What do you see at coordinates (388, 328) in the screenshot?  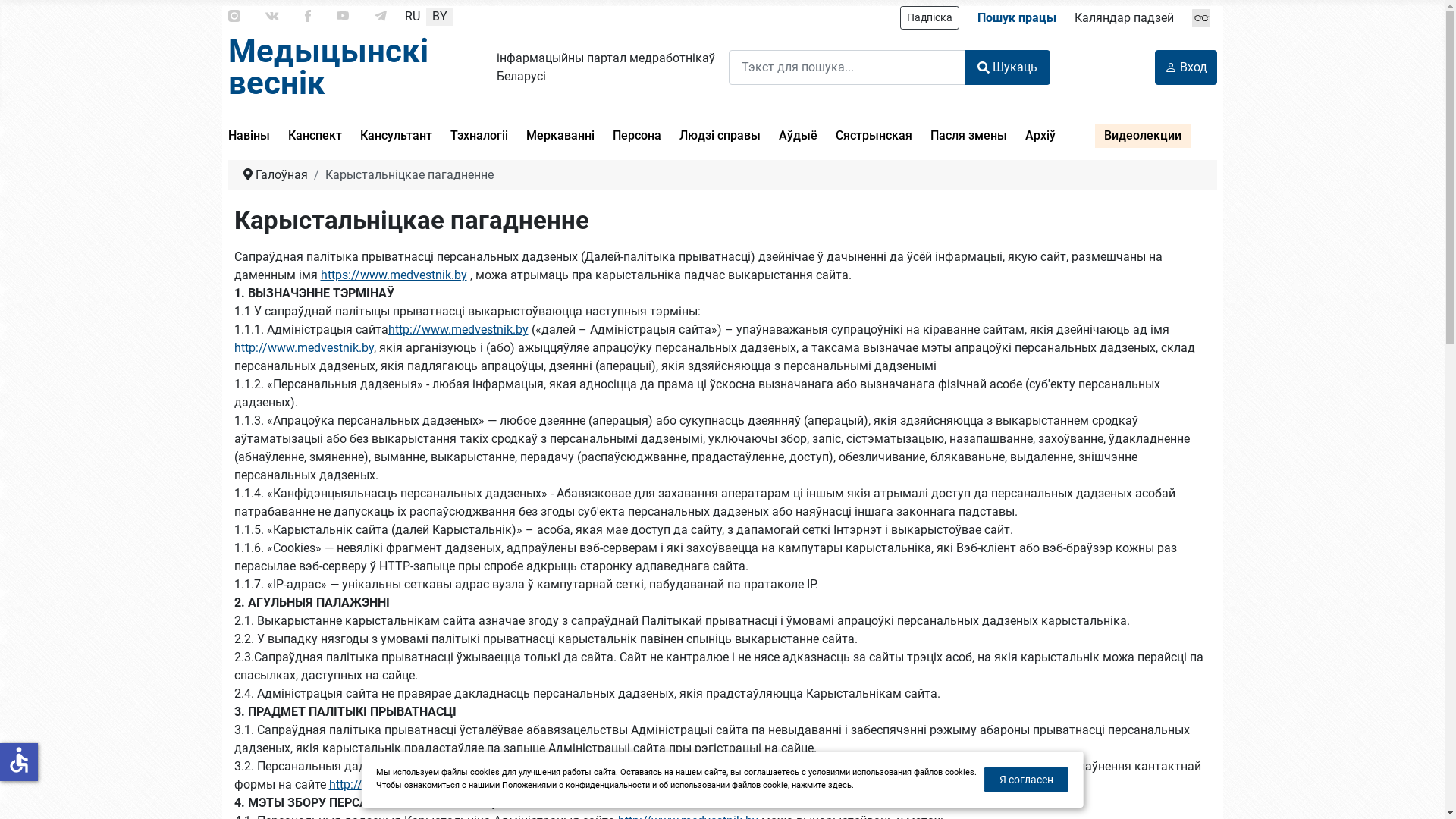 I see `'http://www.medvestnik.by'` at bounding box center [388, 328].